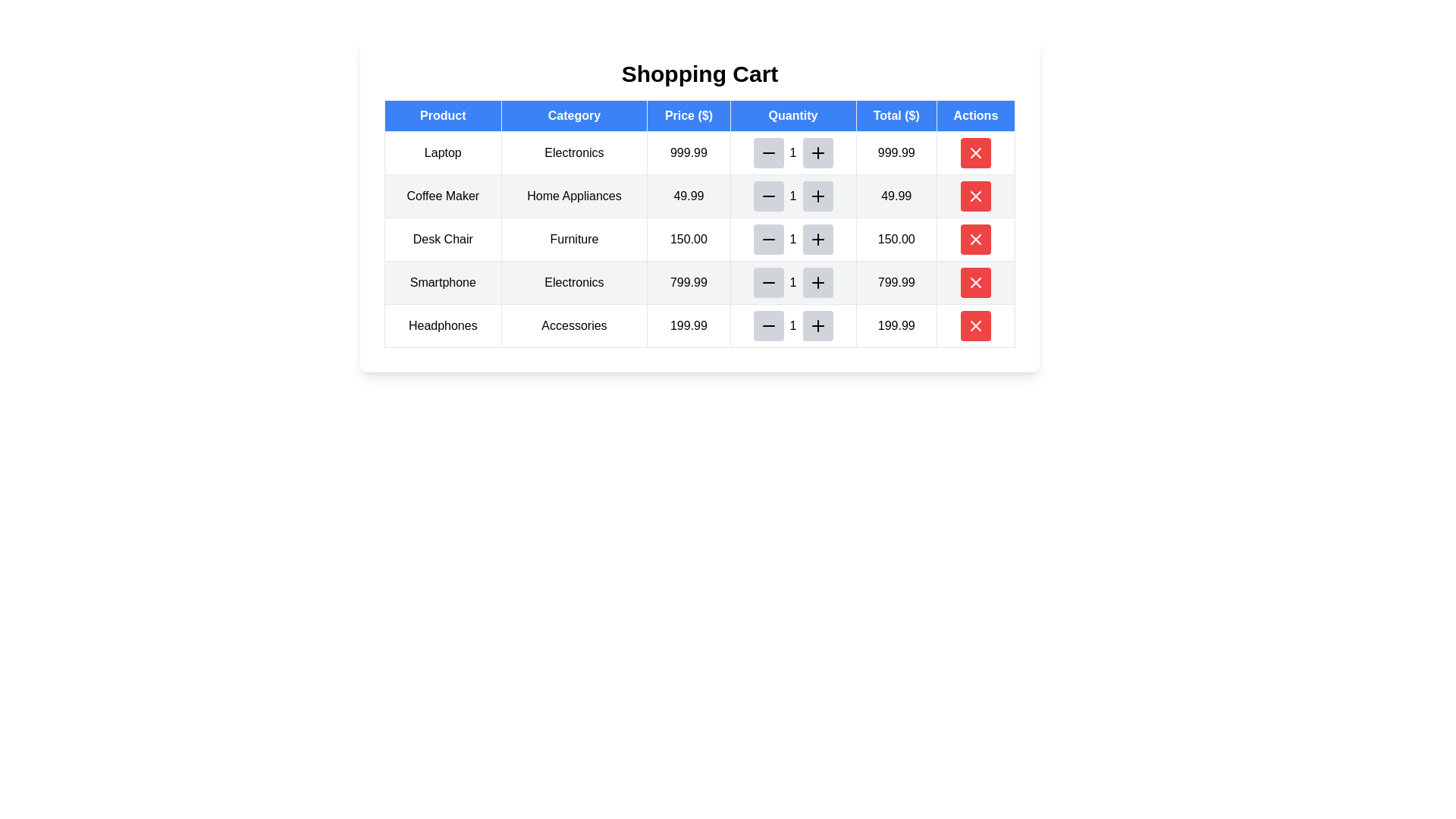 The image size is (1456, 819). I want to click on text of the Static Label located in the third row, first column of the table under the 'Product' column header, which identifies the product 'Coffee Maker', so click(442, 239).